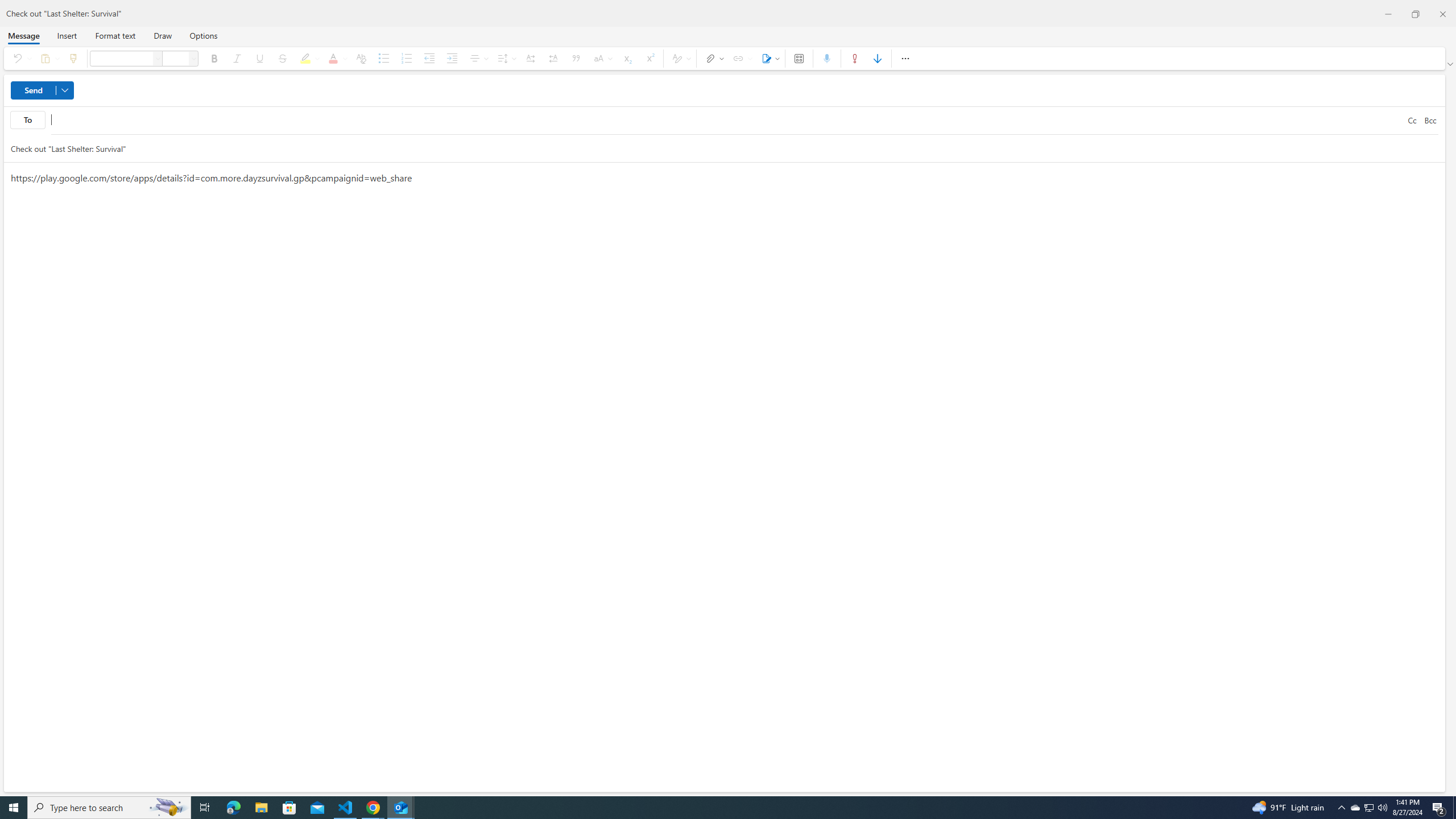 Image resolution: width=1456 pixels, height=819 pixels. Describe the element at coordinates (649, 58) in the screenshot. I see `'Superscript'` at that location.